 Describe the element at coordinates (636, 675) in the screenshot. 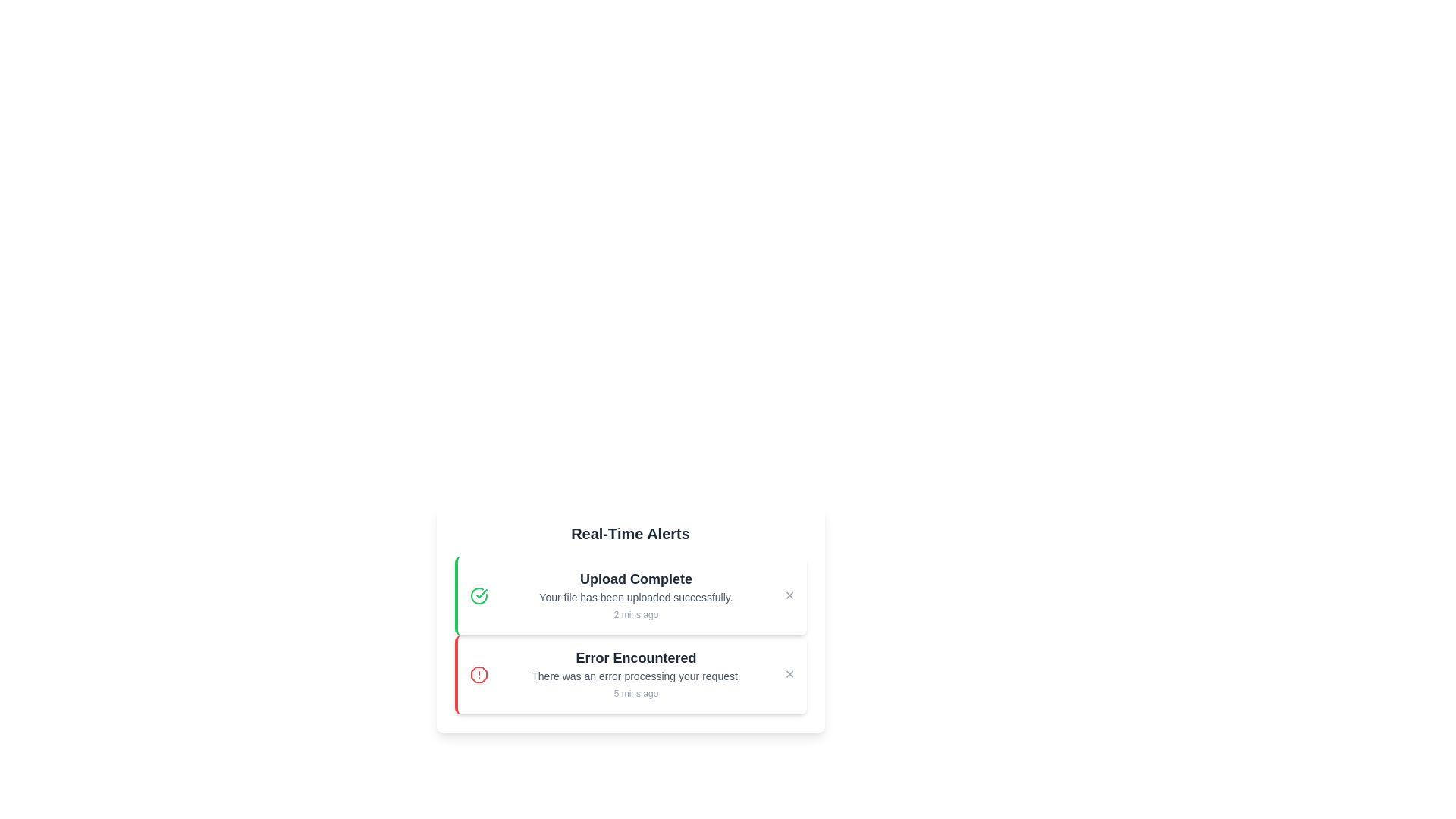

I see `message stating 'There was an error processing your request.' which is styled in a small-sized, gray-colored font, located under the title 'Error Encountered.'` at that location.